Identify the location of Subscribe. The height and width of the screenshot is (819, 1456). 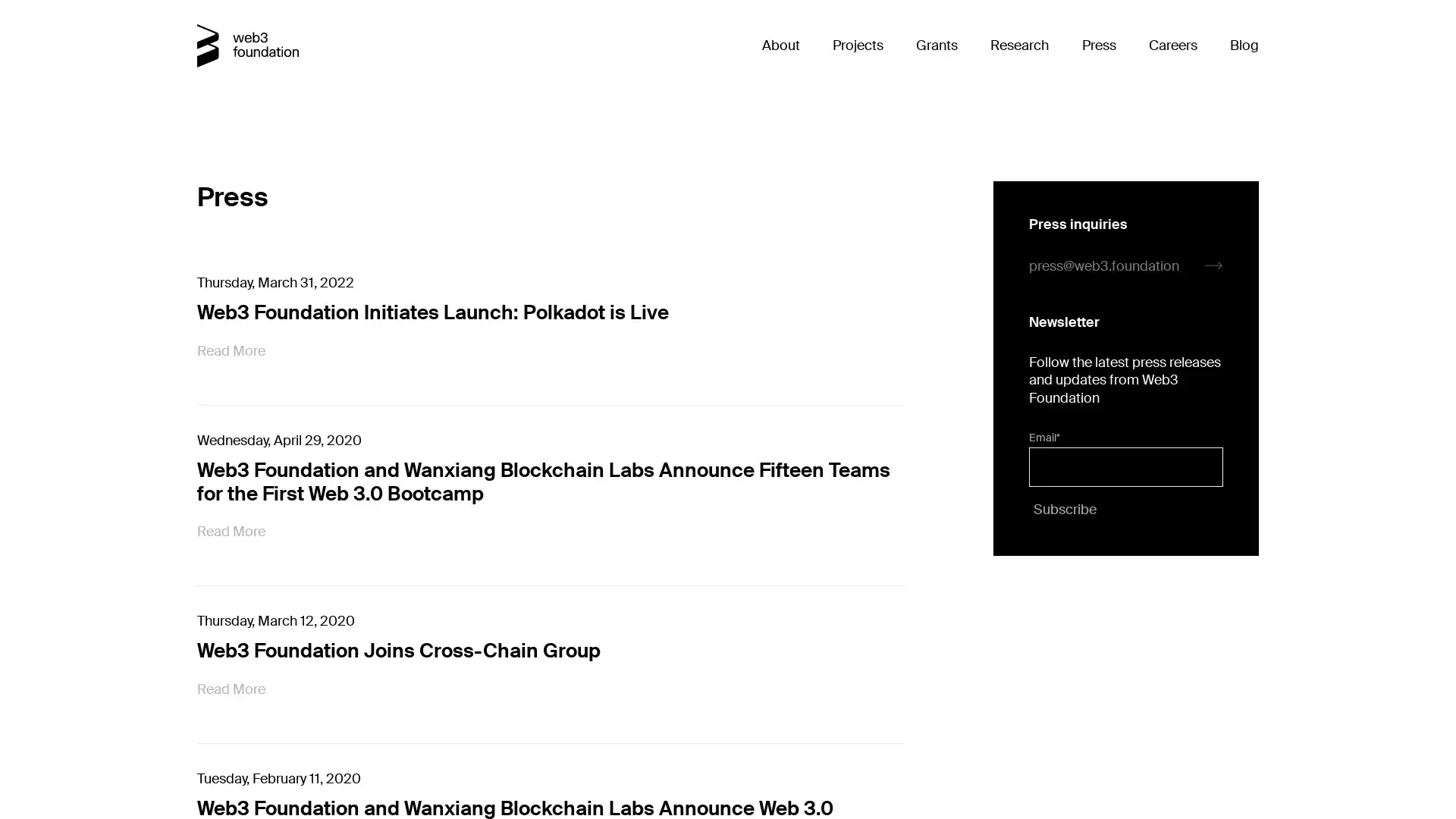
(1062, 508).